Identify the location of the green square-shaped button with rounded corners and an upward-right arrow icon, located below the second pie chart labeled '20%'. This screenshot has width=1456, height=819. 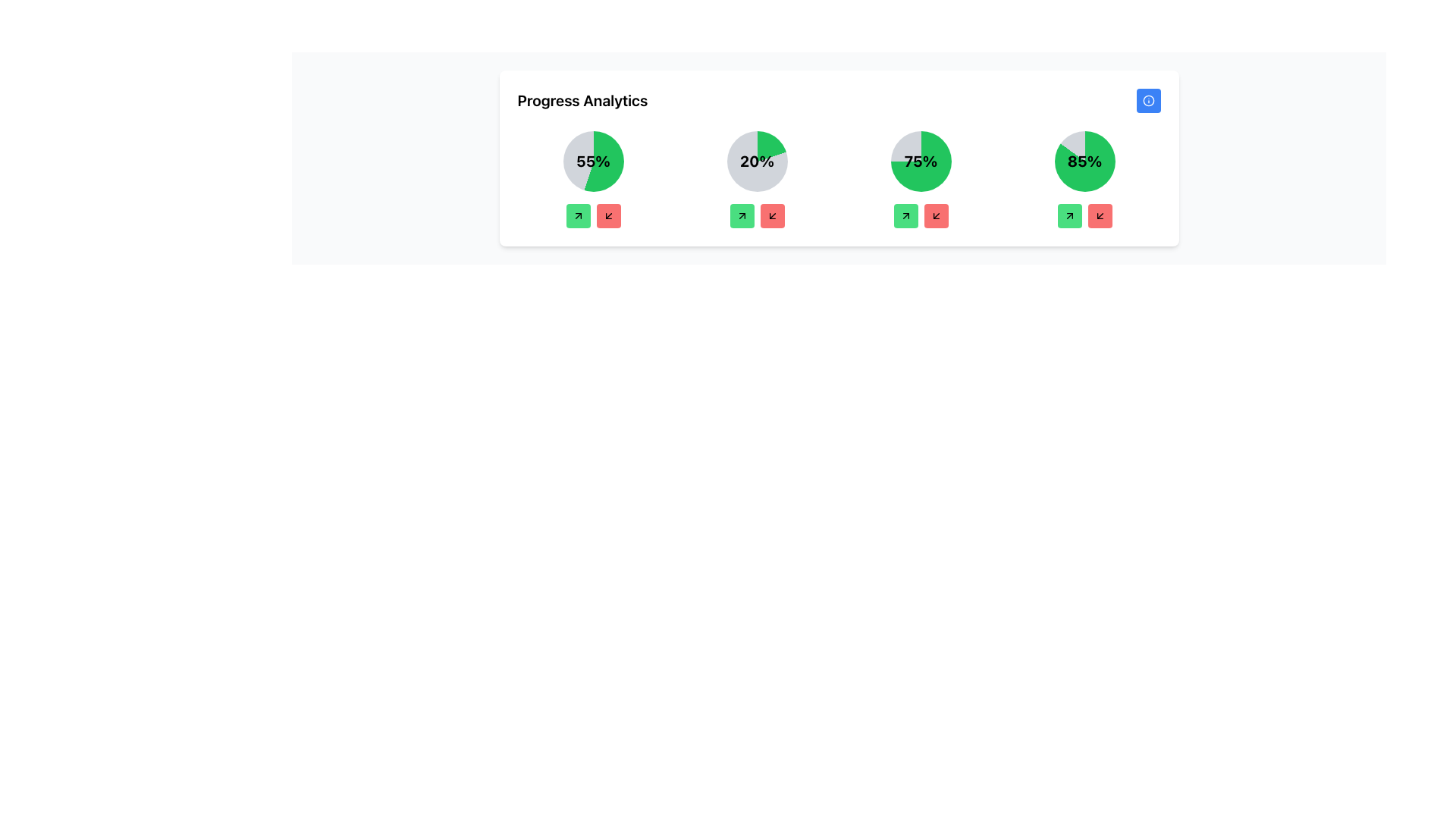
(742, 216).